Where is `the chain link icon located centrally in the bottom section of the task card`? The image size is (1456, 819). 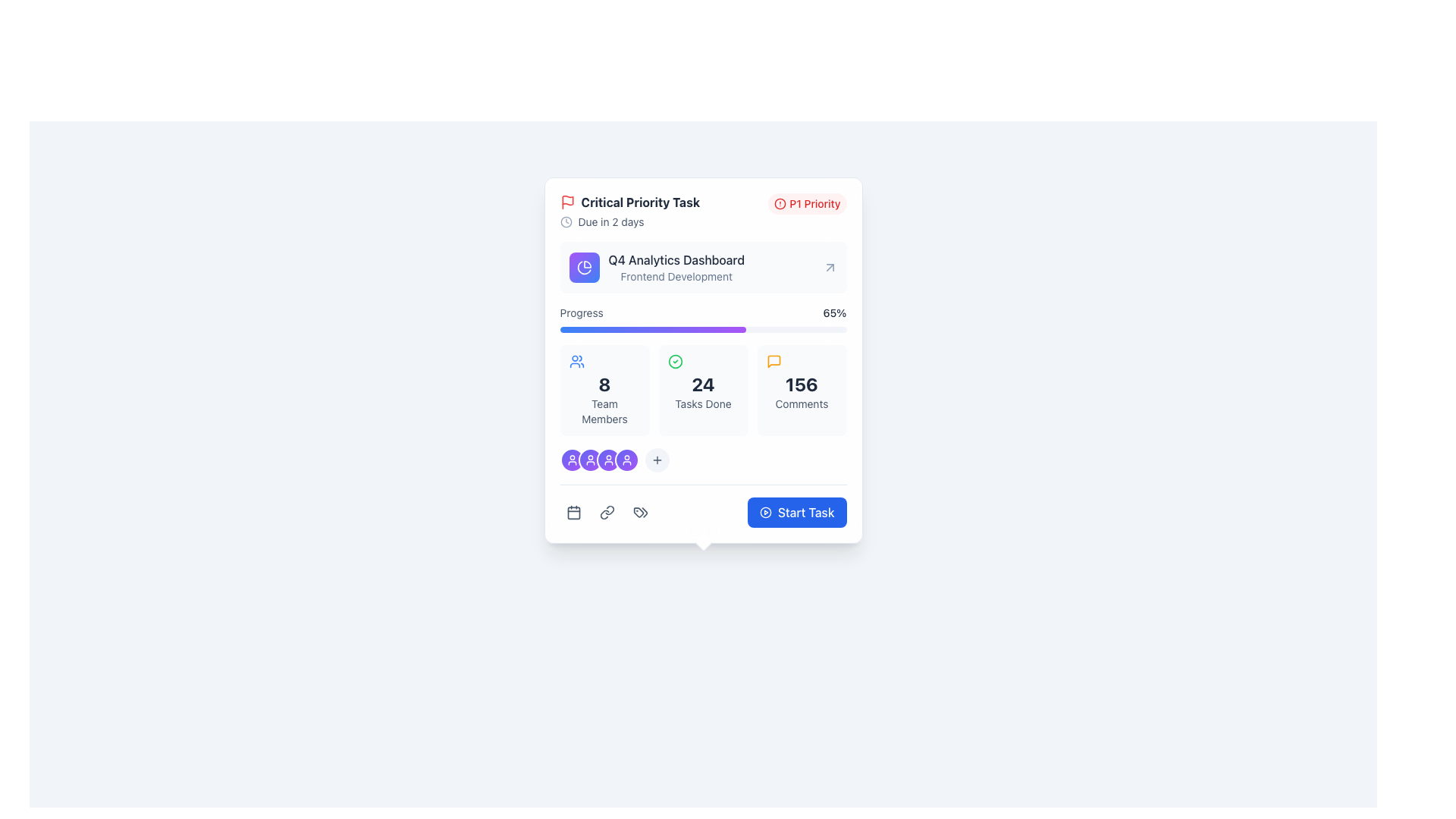
the chain link icon located centrally in the bottom section of the task card is located at coordinates (607, 512).